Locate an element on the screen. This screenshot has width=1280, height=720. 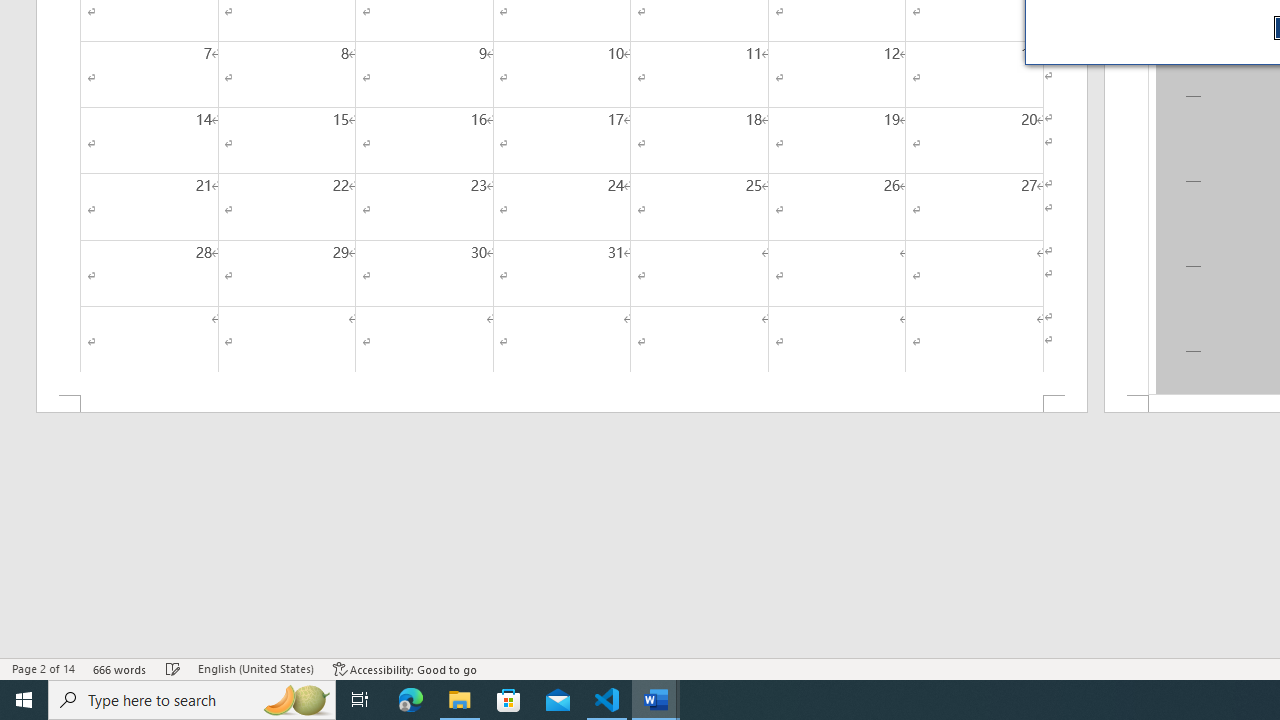
'Spelling and Grammar Check Checking' is located at coordinates (173, 669).